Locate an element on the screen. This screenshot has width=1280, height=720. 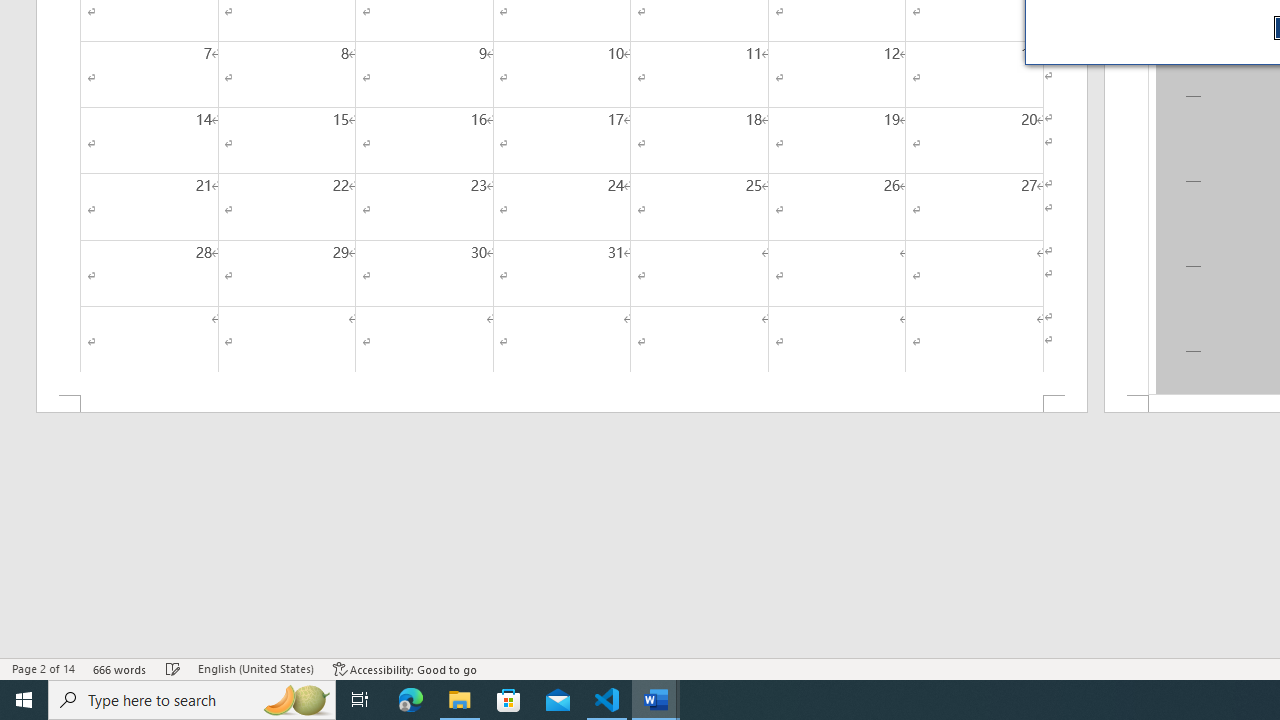
'Spelling and Grammar Check Checking' is located at coordinates (173, 669).